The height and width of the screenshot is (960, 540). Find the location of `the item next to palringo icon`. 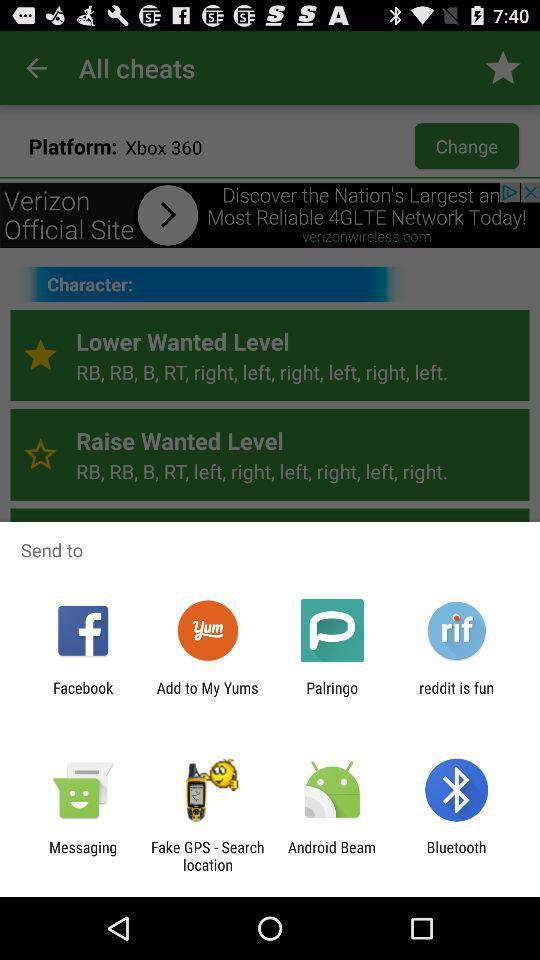

the item next to palringo icon is located at coordinates (456, 696).